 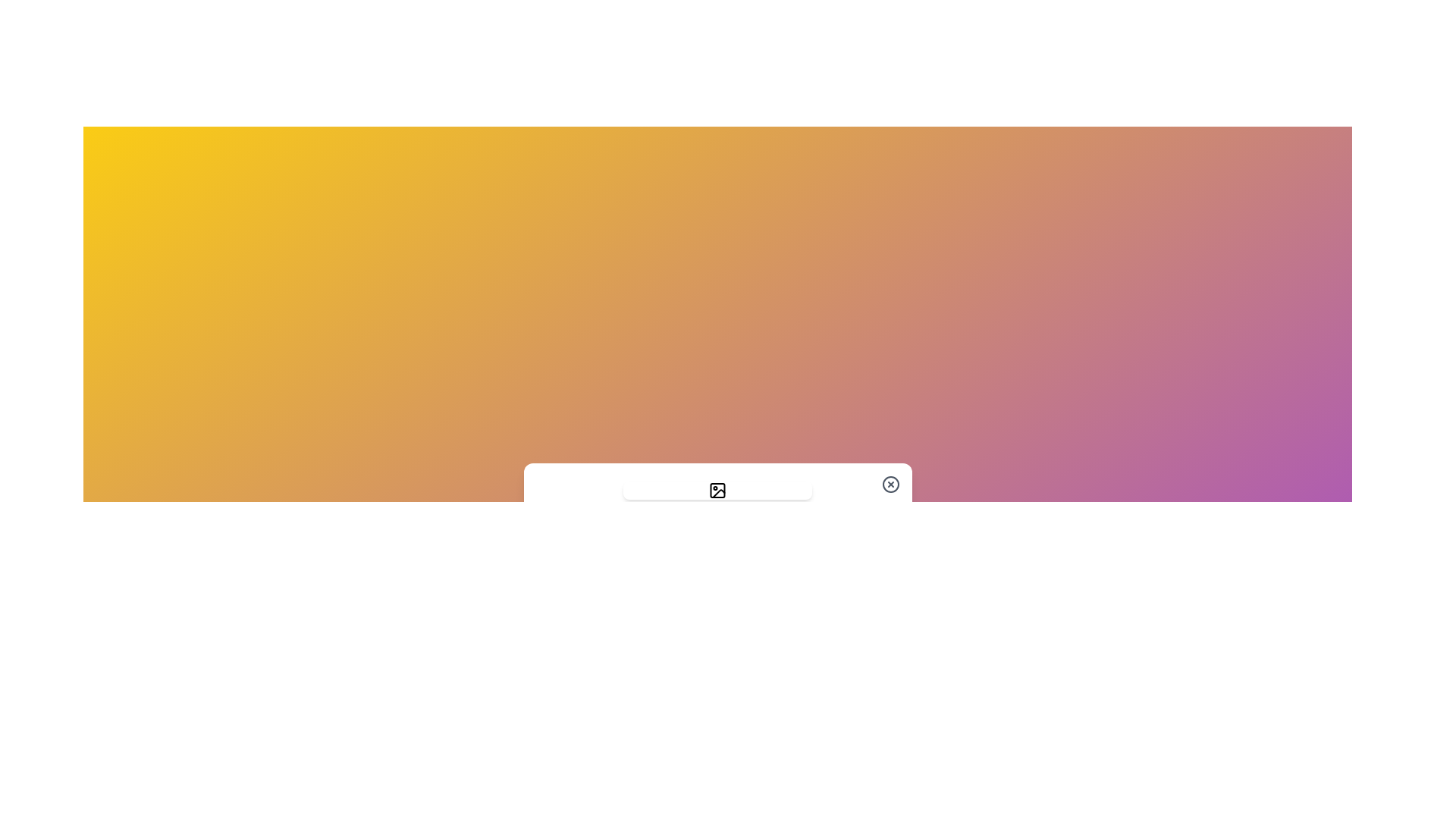 I want to click on the image placeholder icon that is centrally aligned above the text 'Vibrant Sunset' and 'Experience the warmth of an incredible sunset.', so click(x=717, y=491).